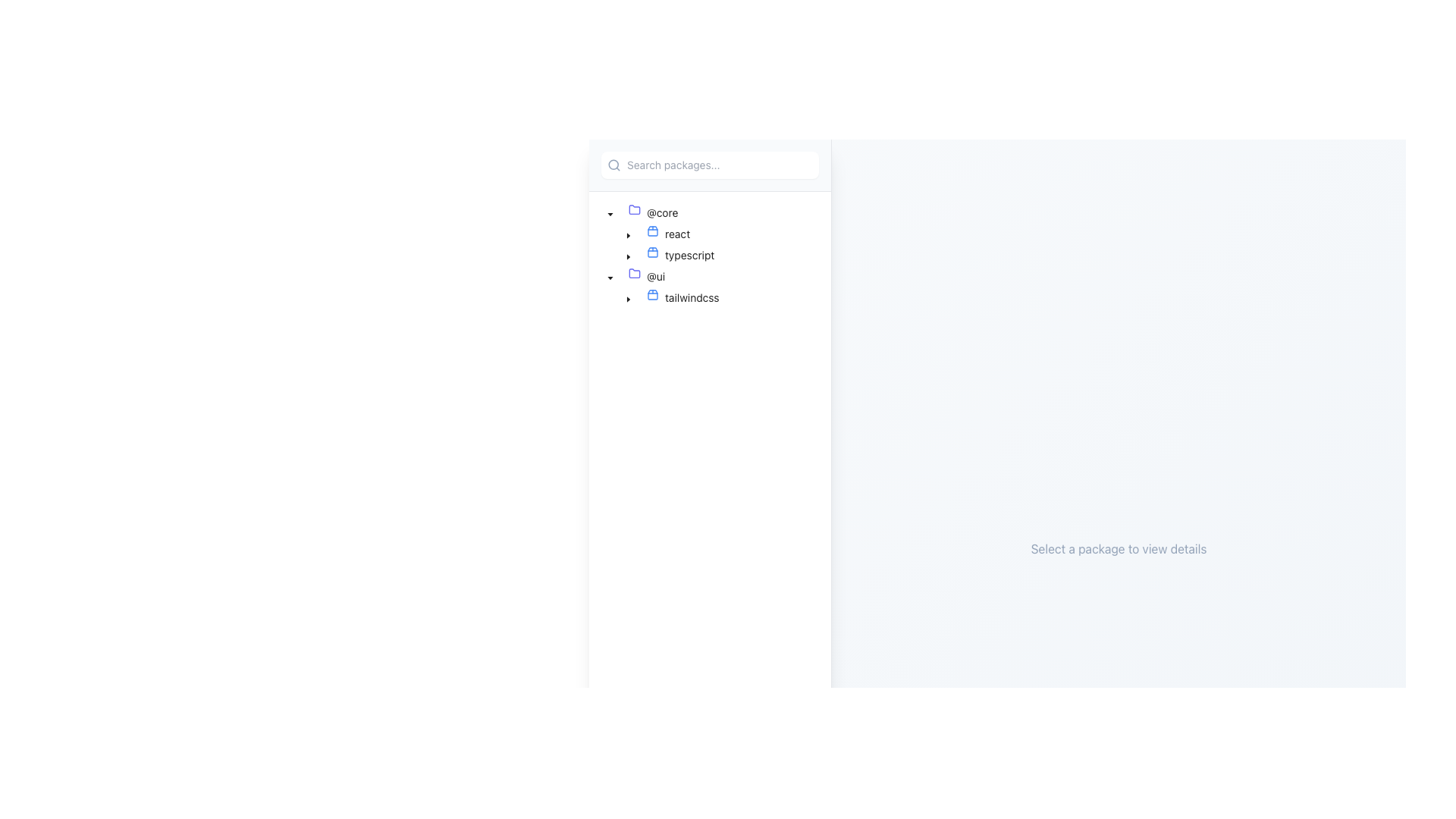  Describe the element at coordinates (676, 234) in the screenshot. I see `the text label 'react' in the tree view structure under the '@core' folder` at that location.